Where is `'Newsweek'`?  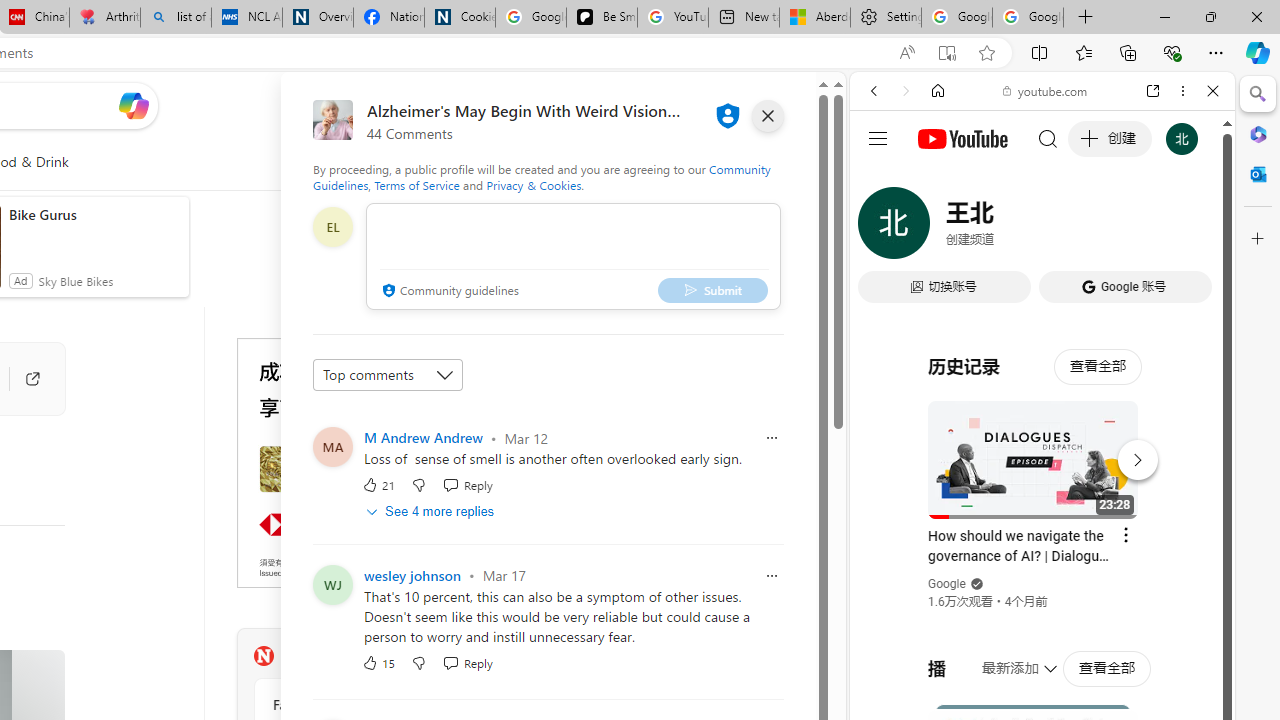 'Newsweek' is located at coordinates (262, 655).